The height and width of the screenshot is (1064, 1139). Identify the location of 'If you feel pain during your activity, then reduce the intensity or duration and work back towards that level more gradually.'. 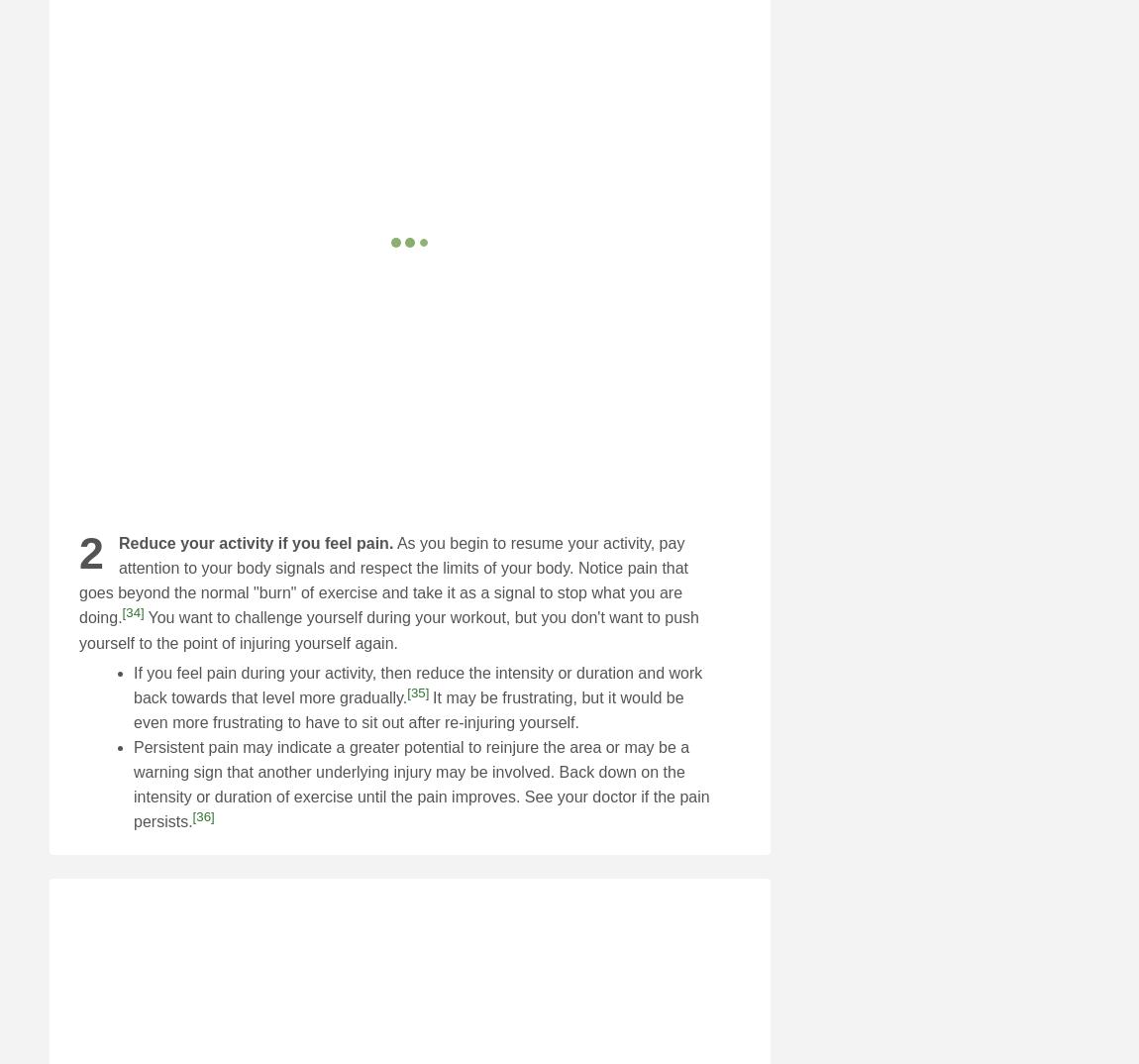
(133, 684).